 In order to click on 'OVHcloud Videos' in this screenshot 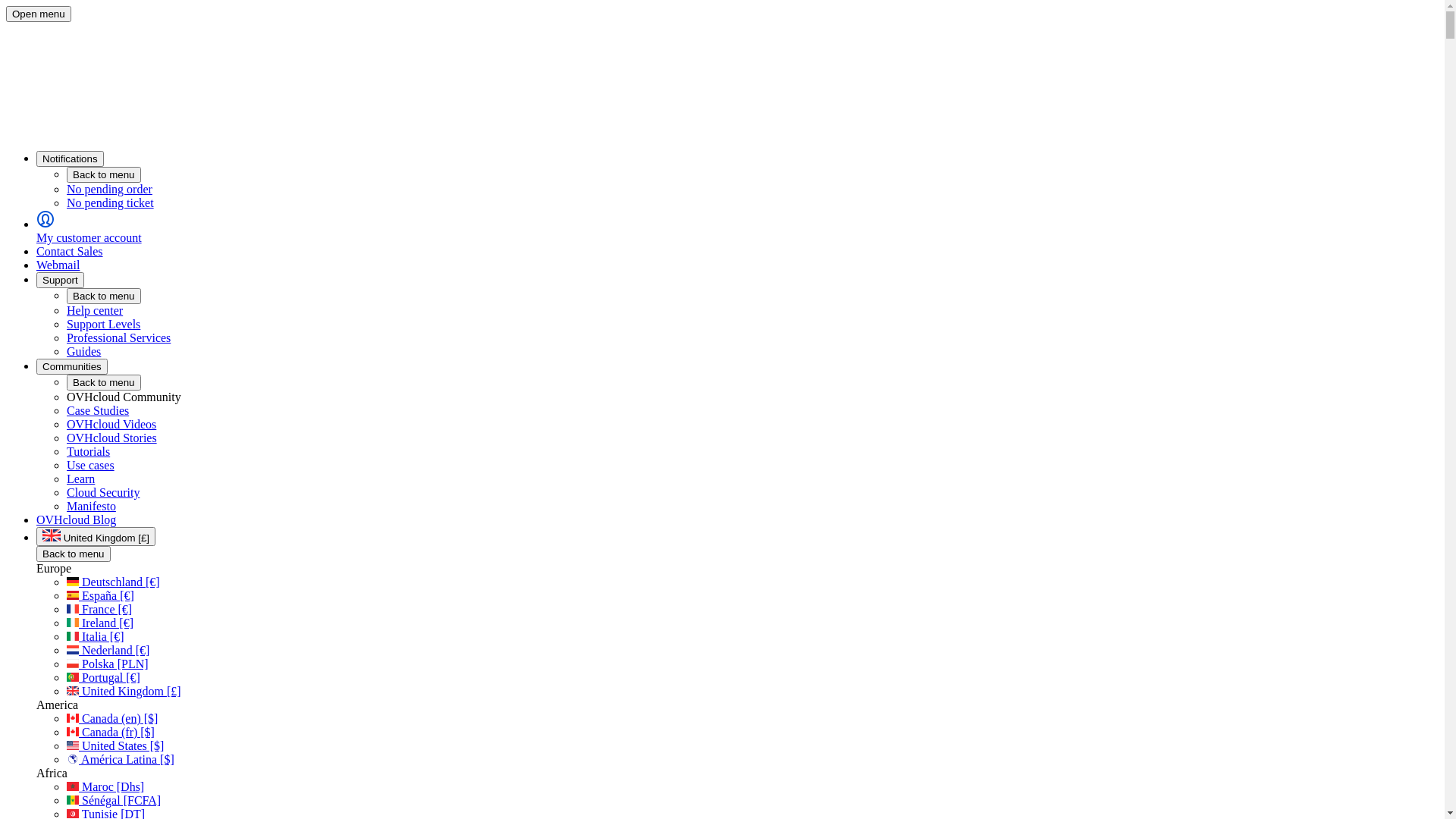, I will do `click(65, 424)`.